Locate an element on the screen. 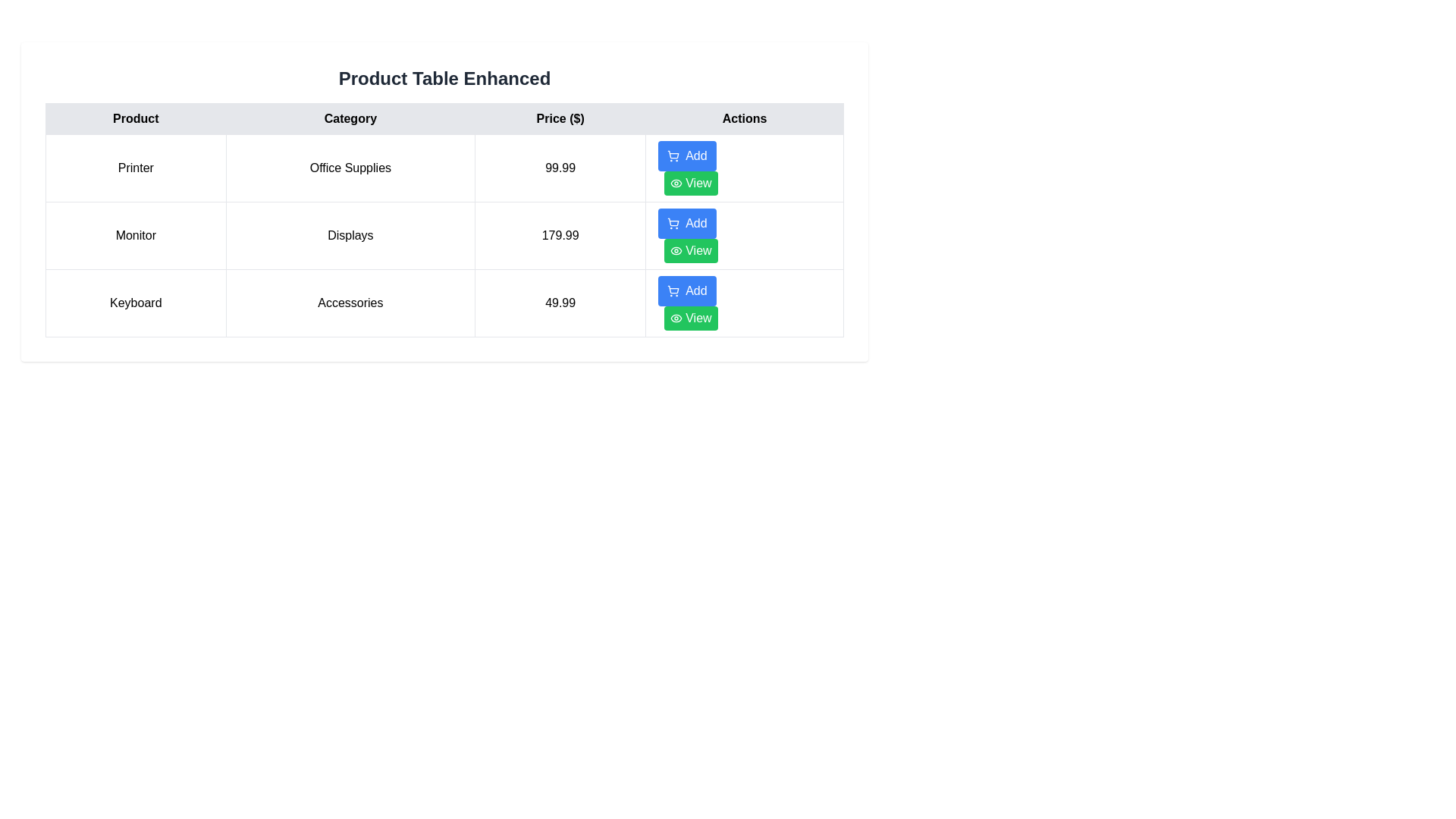 Image resolution: width=1456 pixels, height=819 pixels. the 'Office Supplies' text field, which is the second column in a table row under the 'Category' header, centered between 'Printer' and '99.99' is located at coordinates (350, 168).